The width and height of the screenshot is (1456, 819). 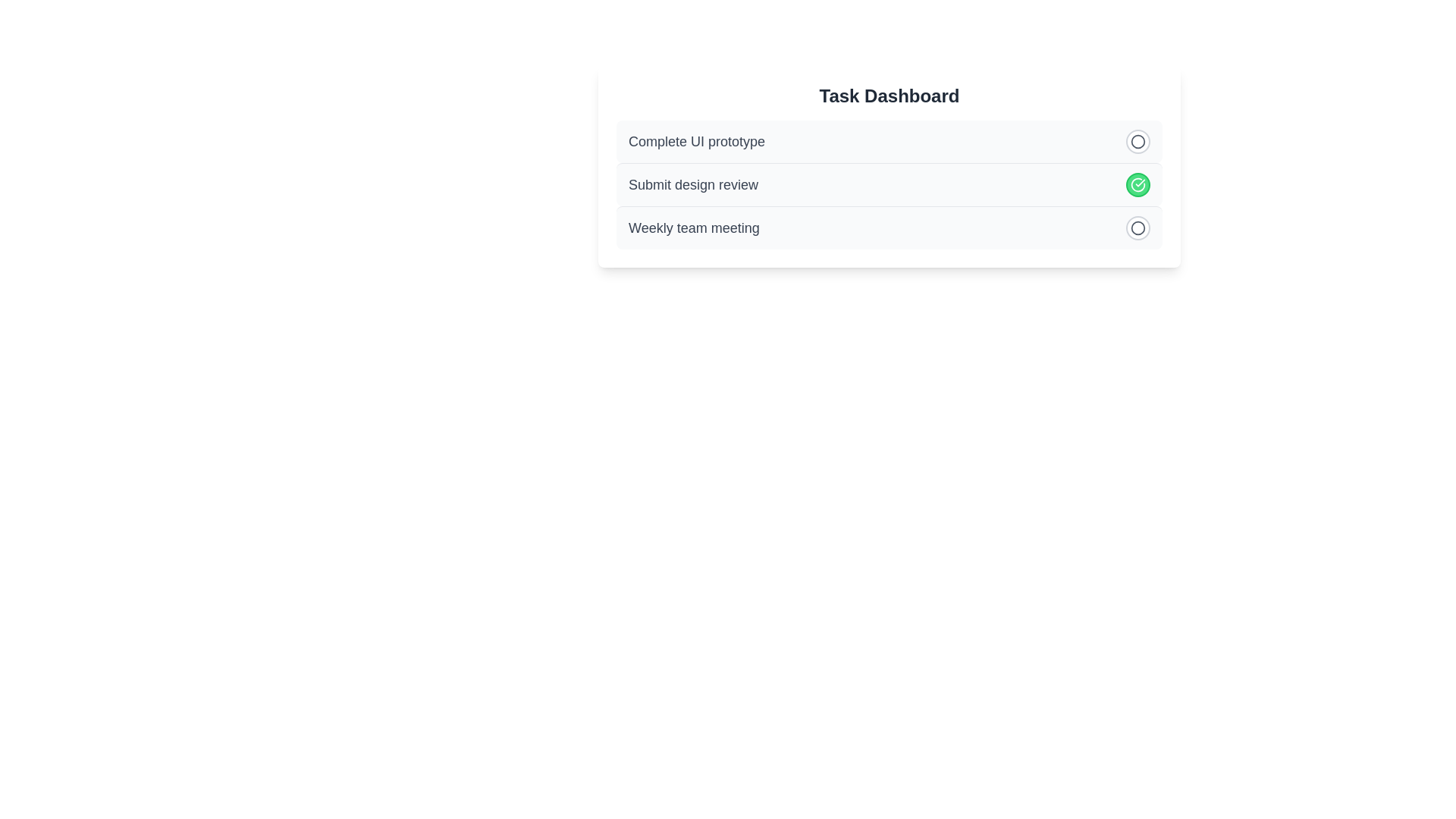 I want to click on the header text 'Task Dashboard', so click(x=889, y=96).